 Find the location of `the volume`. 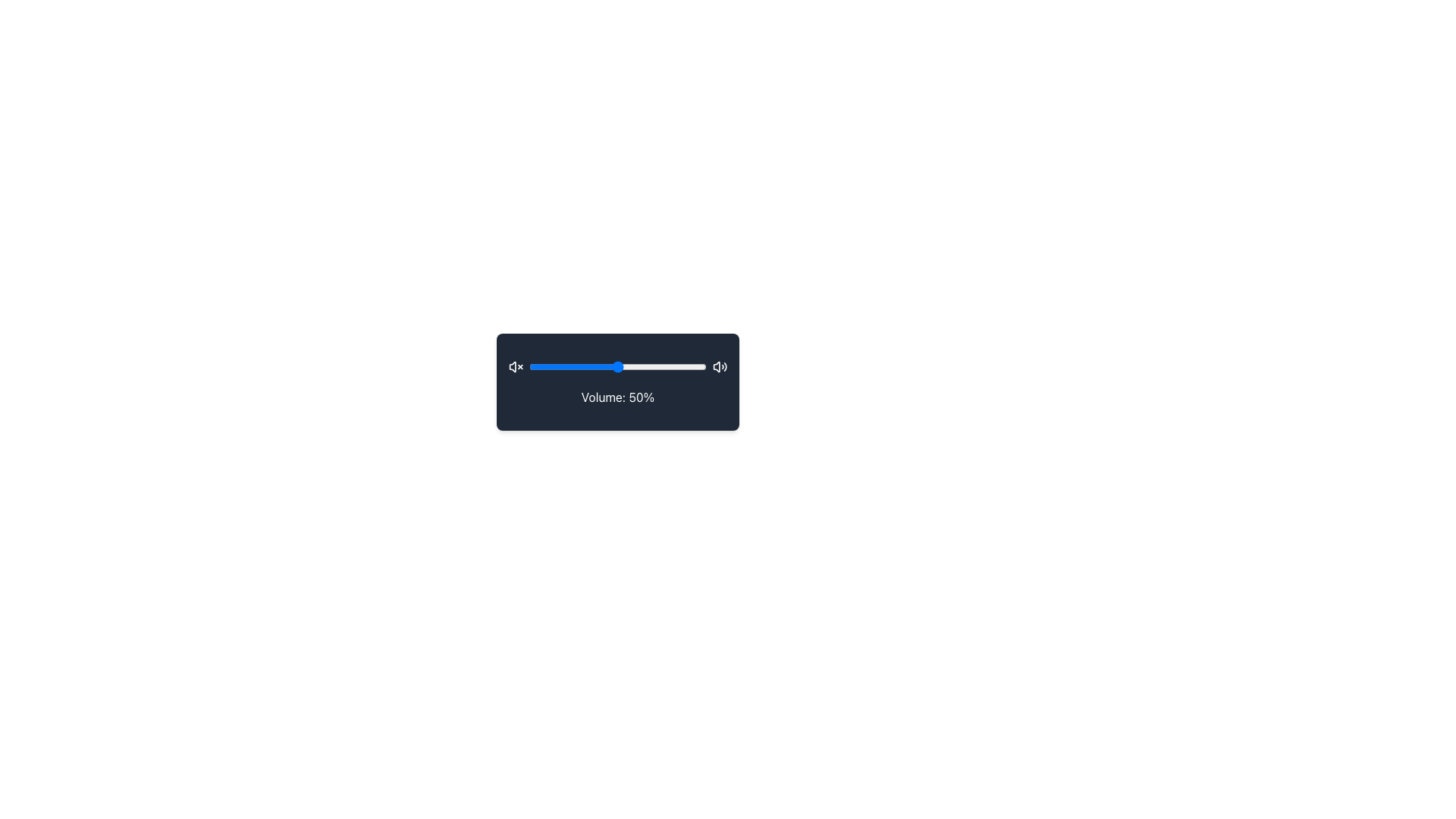

the volume is located at coordinates (623, 366).